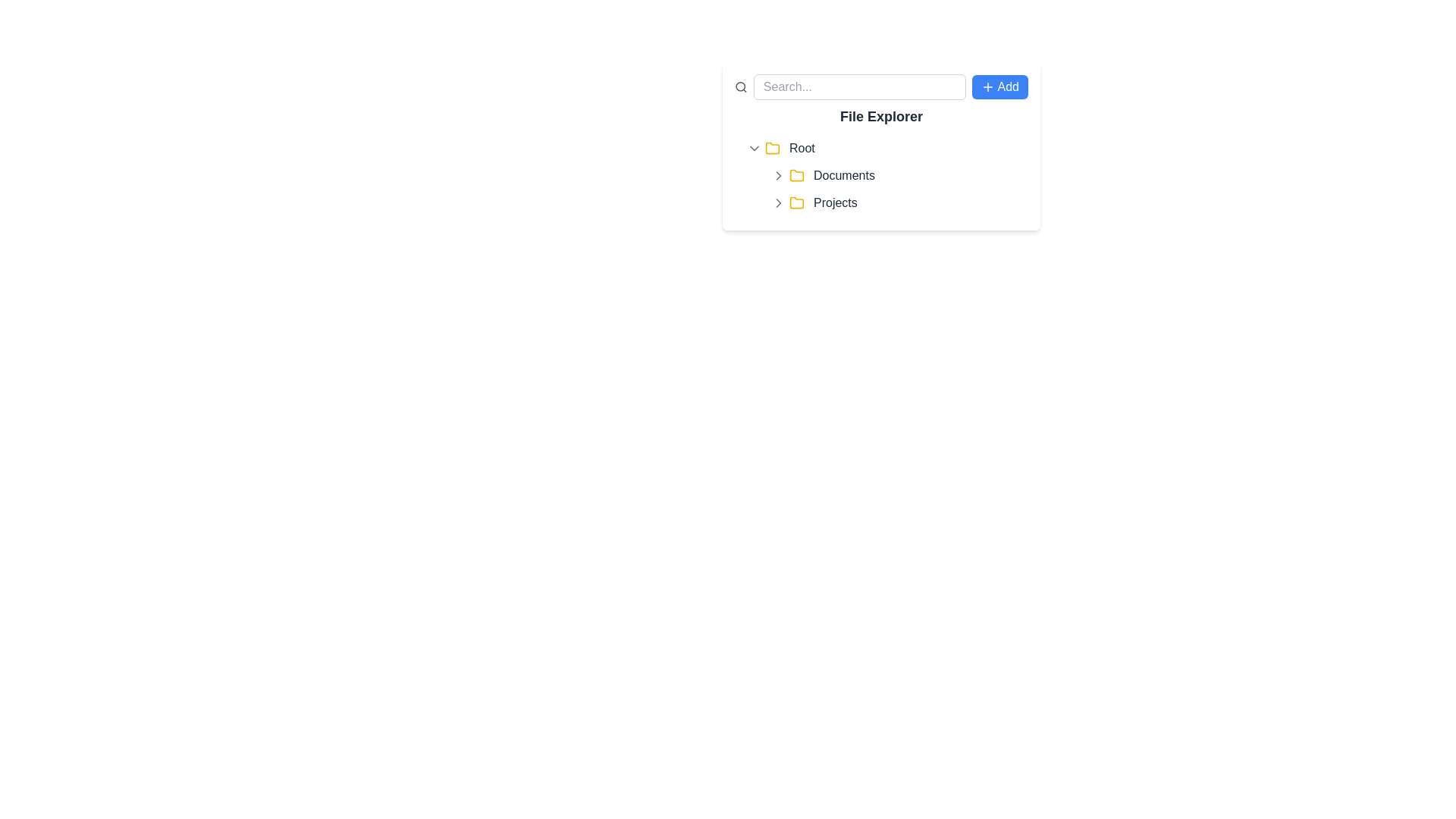  Describe the element at coordinates (886, 149) in the screenshot. I see `the arrow on the collapsible menu item located at the top of the main display section of the file explorer` at that location.